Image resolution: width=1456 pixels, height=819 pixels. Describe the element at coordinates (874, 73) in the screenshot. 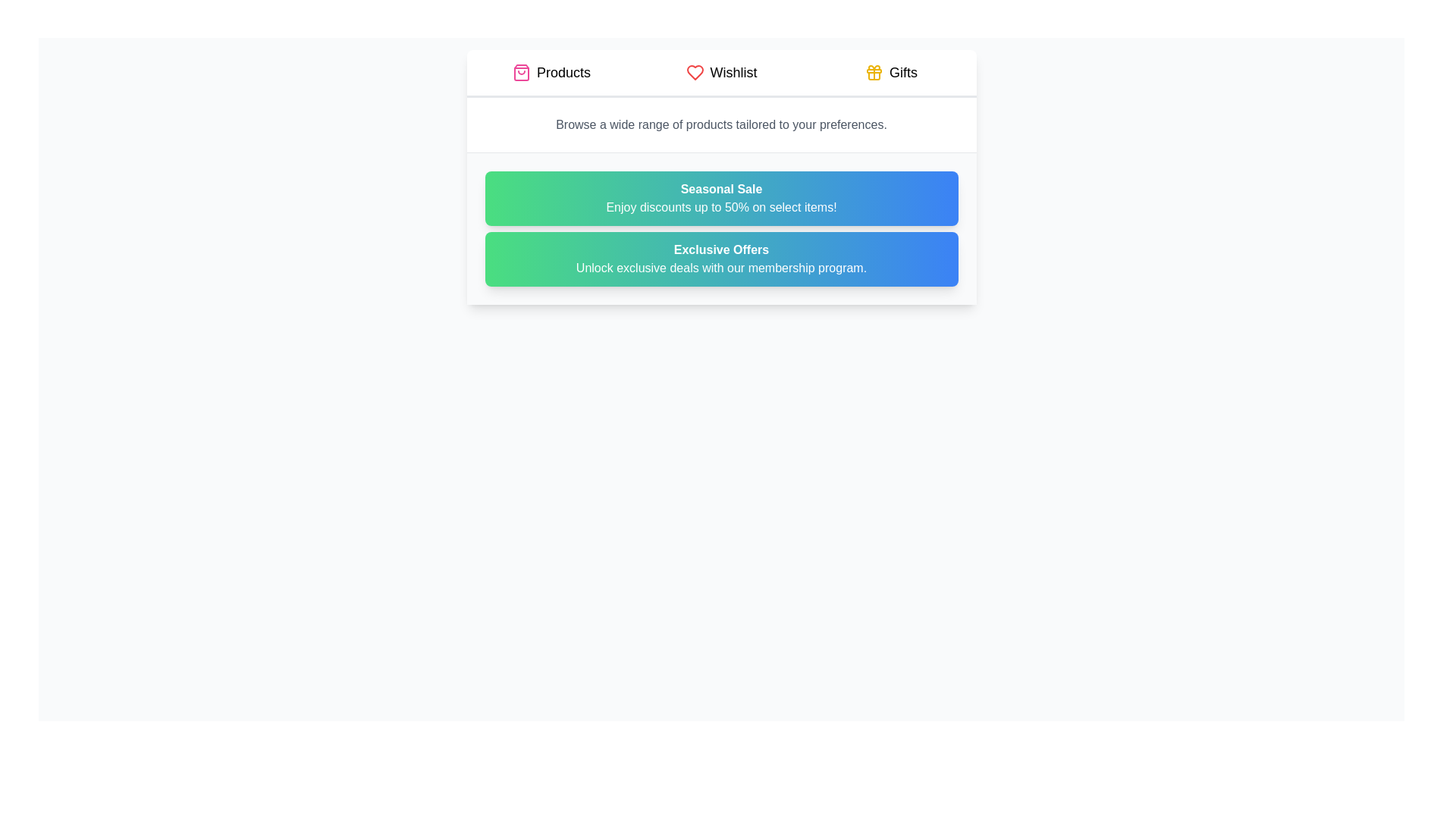

I see `the decorative icon for the Gifts tab` at that location.